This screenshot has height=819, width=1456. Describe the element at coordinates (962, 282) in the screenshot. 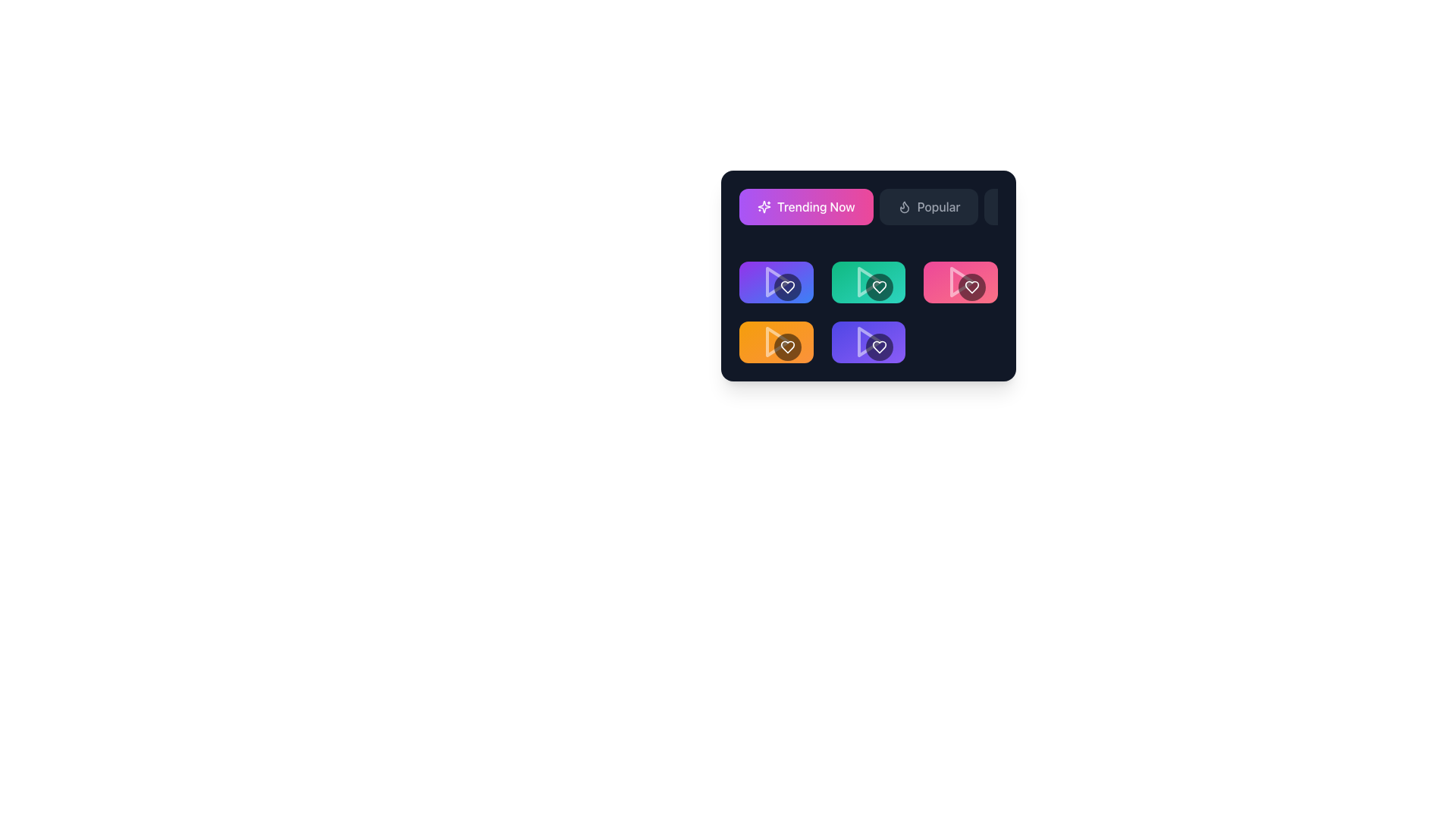

I see `the play button icon, which is a triangular shape with a white outline on a vibrant pink background, located in the top-right card of a grid of six colorful cards` at that location.